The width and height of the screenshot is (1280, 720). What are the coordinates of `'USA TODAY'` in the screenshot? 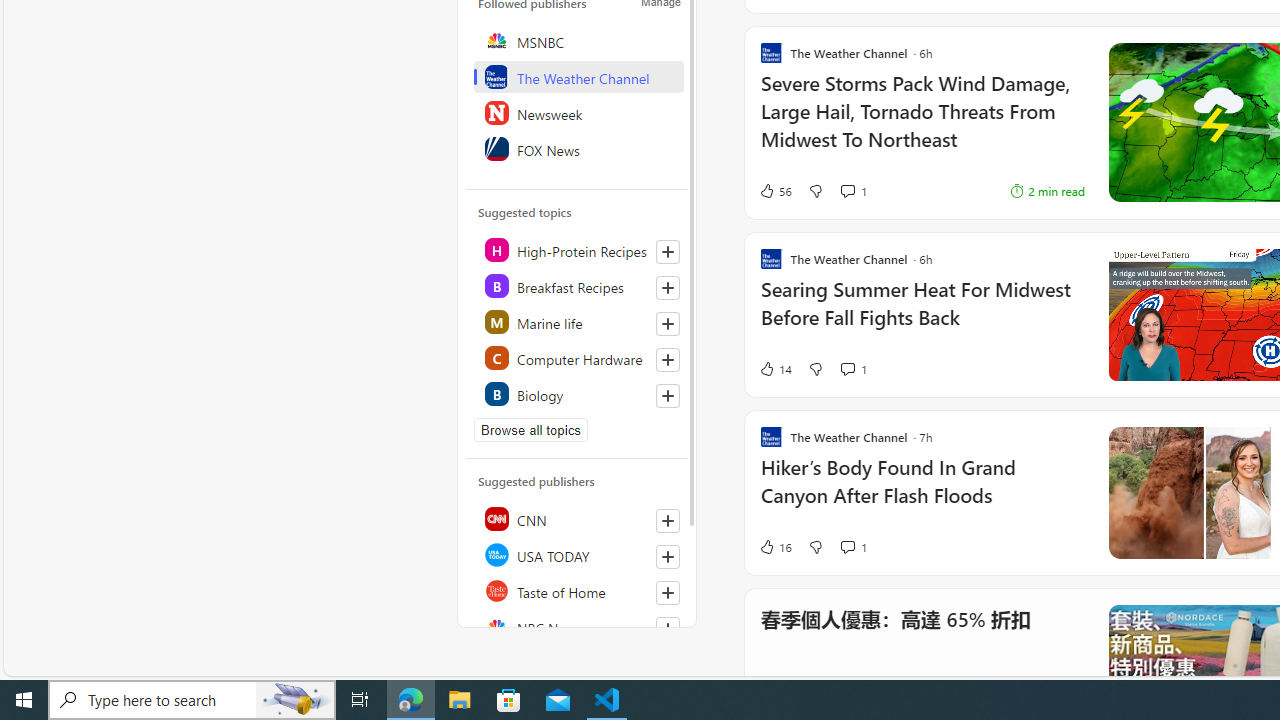 It's located at (577, 555).